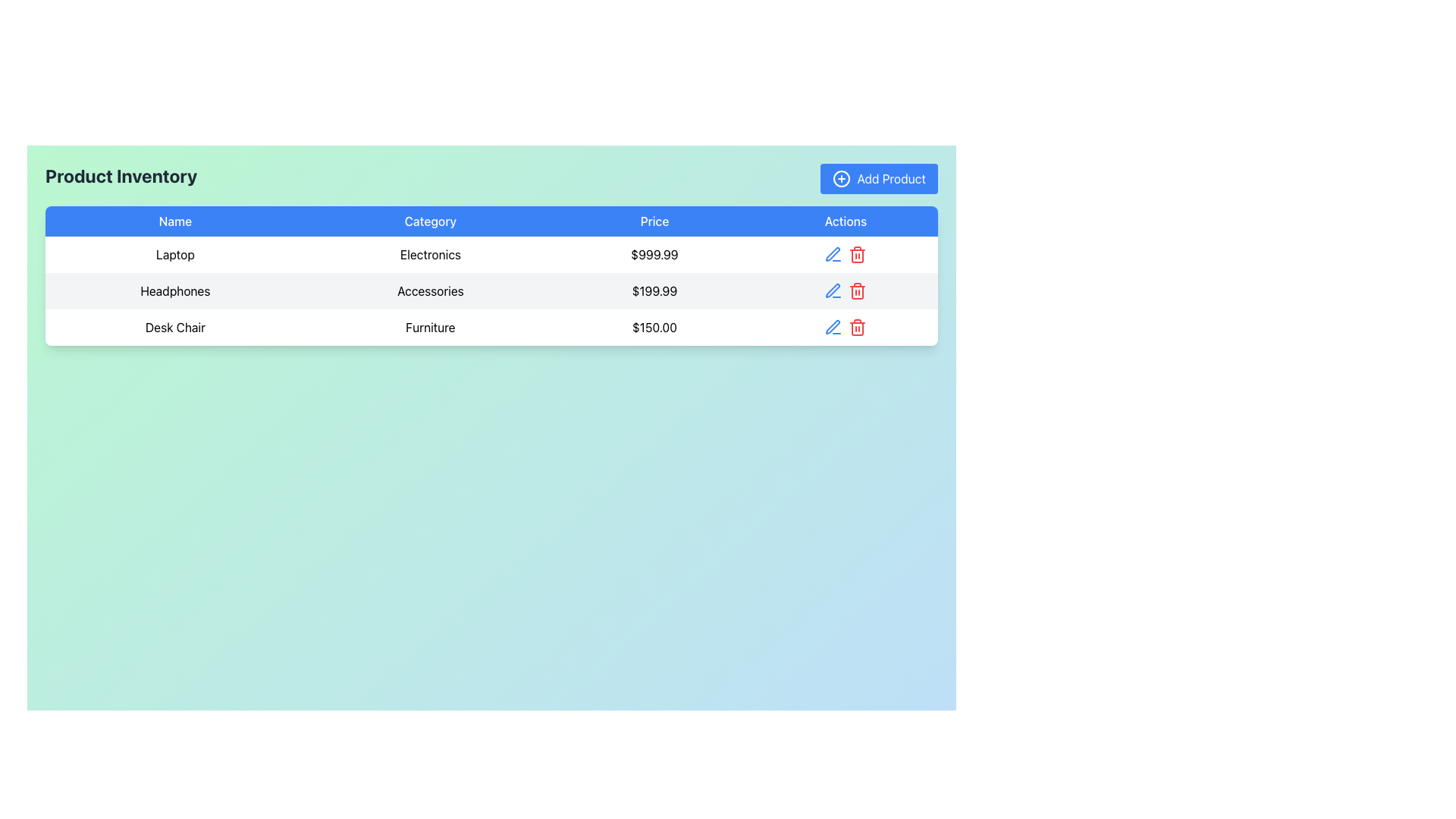 This screenshot has width=1456, height=819. I want to click on the circular '+' icon located to the left of the 'Add Product' text within the blue rectangular button at the top-right corner of the interface, so click(841, 177).